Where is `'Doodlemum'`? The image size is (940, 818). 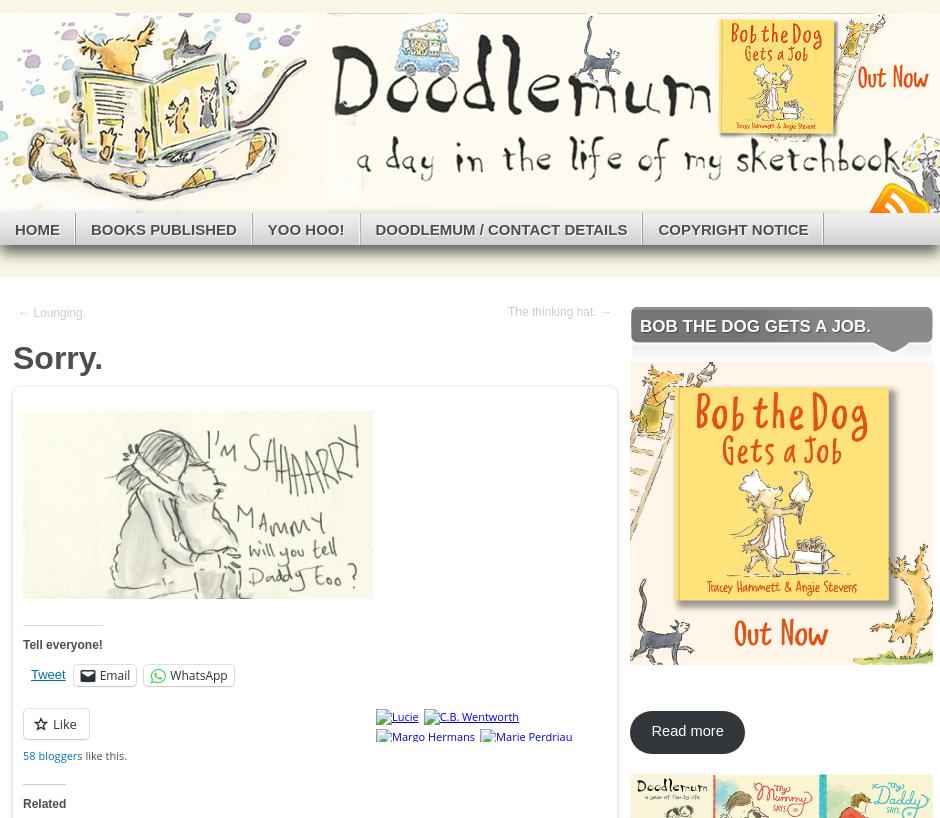
'Doodlemum' is located at coordinates (130, 94).